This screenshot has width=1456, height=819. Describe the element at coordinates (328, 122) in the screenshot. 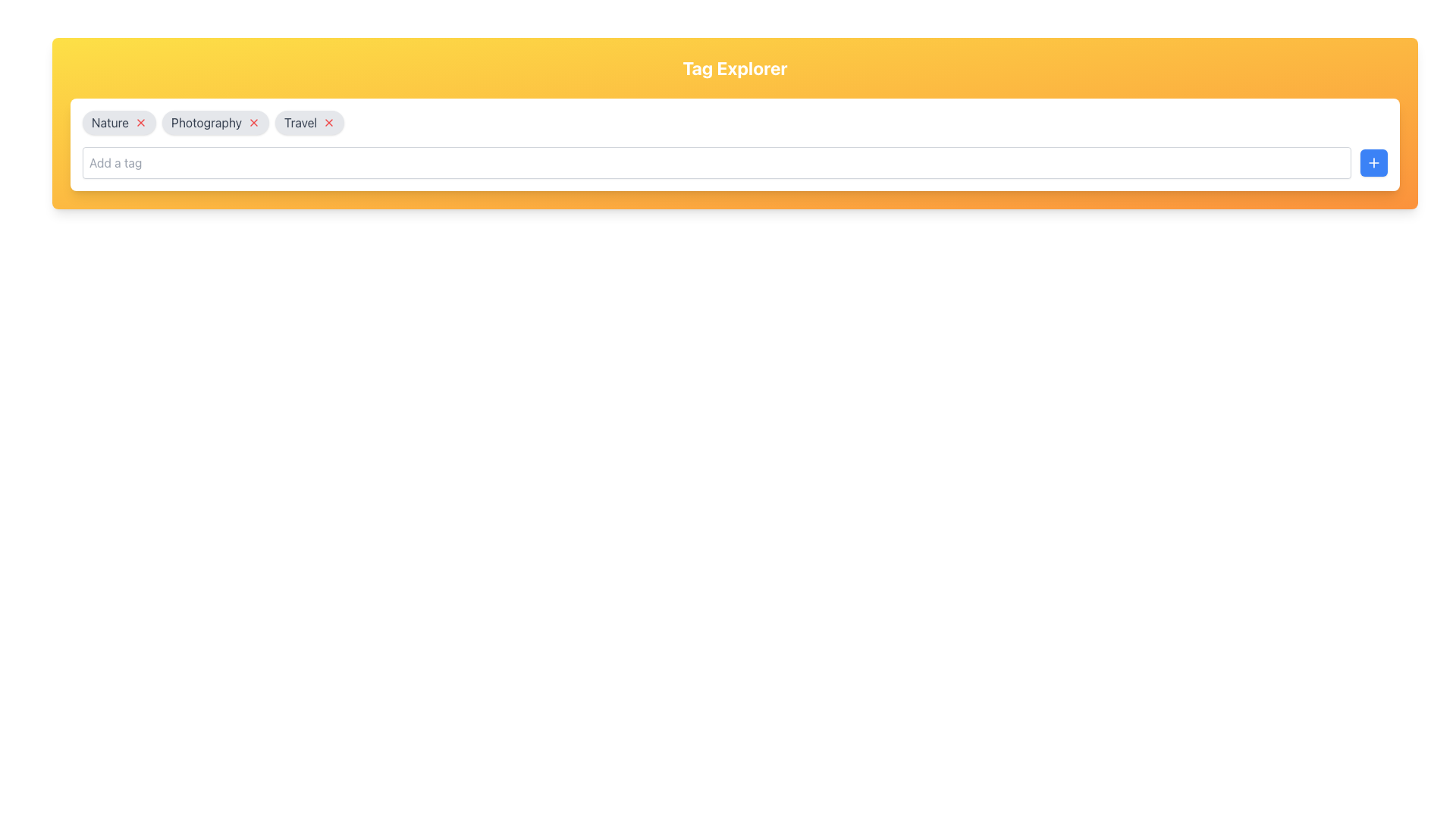

I see `the X icon on the right side of the 'Travel' tag` at that location.